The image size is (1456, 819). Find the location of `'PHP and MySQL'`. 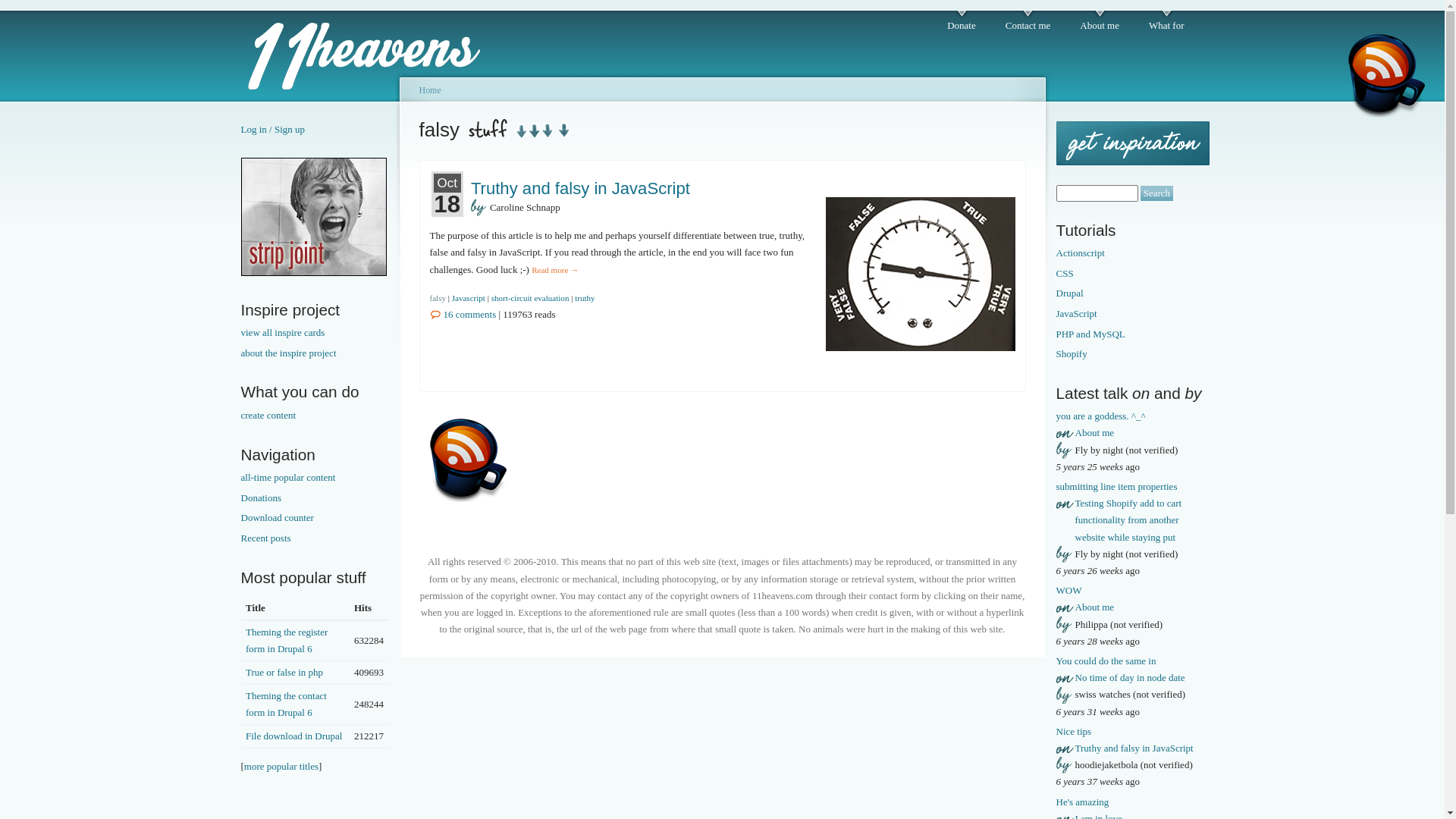

'PHP and MySQL' is located at coordinates (1129, 333).